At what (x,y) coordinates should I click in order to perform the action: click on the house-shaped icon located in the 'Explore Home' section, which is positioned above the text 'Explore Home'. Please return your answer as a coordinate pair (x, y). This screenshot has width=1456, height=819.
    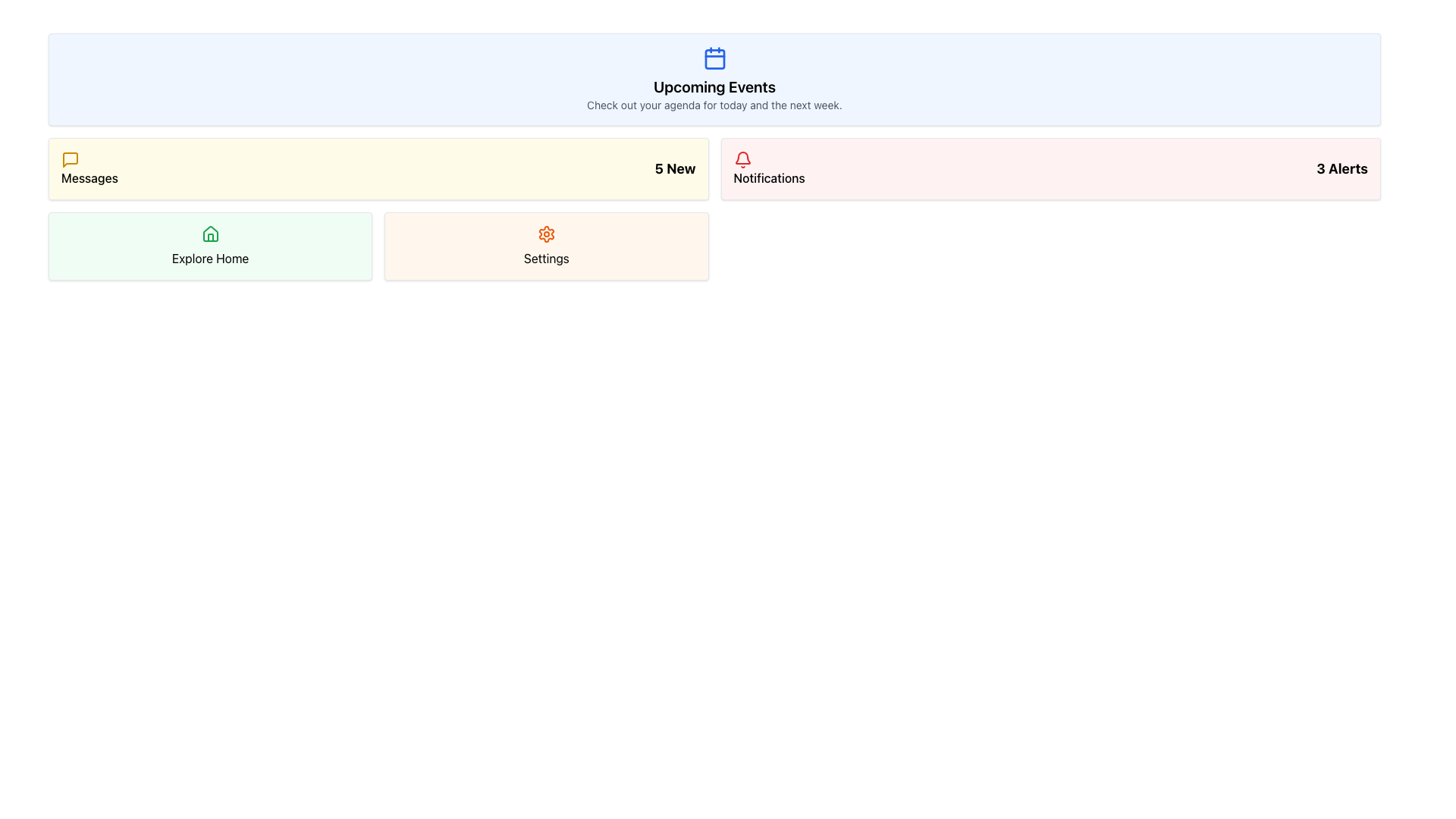
    Looking at the image, I should click on (209, 234).